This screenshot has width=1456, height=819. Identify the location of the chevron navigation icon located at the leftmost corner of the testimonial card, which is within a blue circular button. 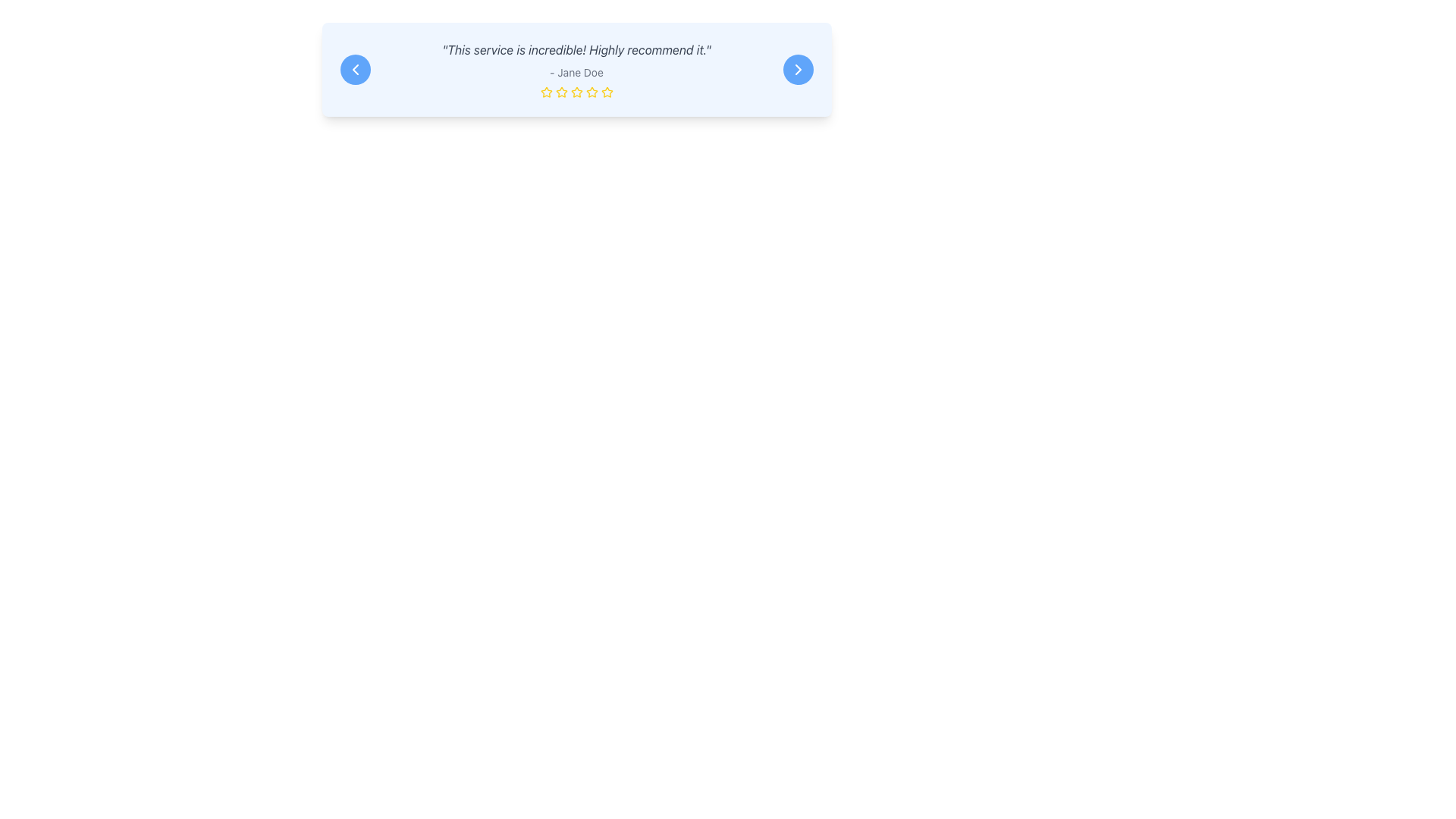
(354, 70).